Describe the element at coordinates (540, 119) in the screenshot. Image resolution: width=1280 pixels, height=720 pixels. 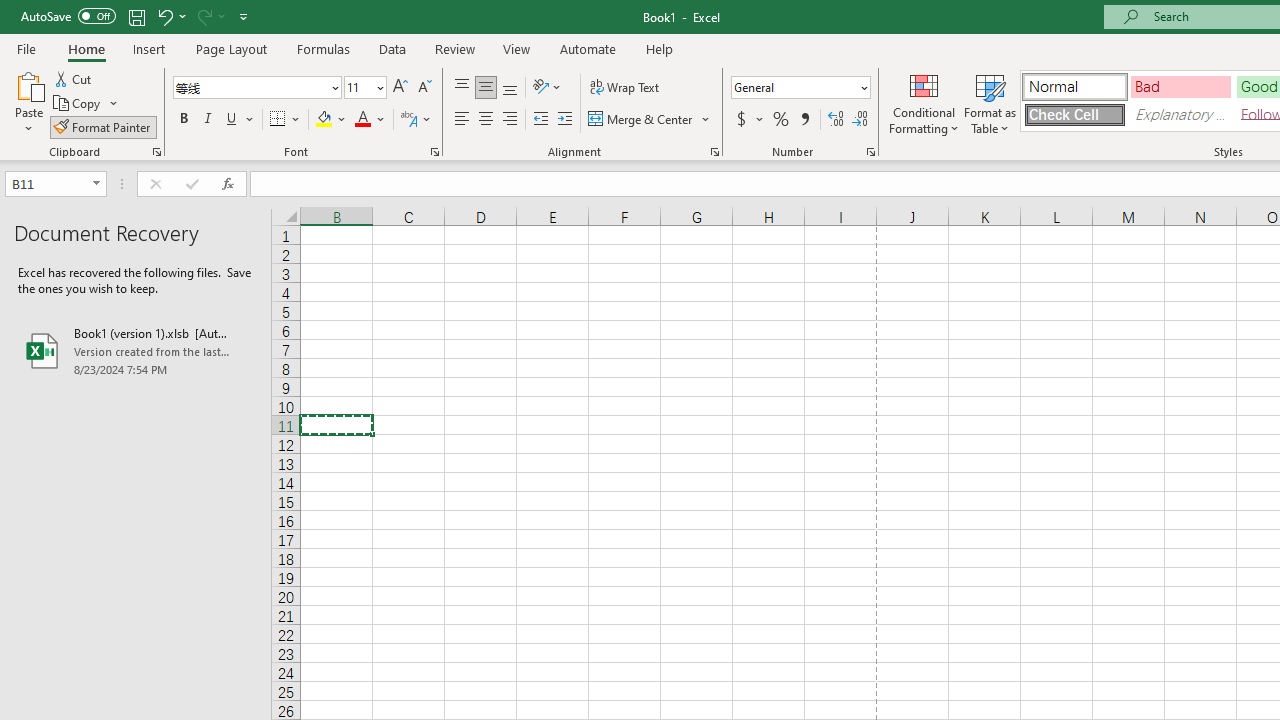
I see `'Decrease Indent'` at that location.